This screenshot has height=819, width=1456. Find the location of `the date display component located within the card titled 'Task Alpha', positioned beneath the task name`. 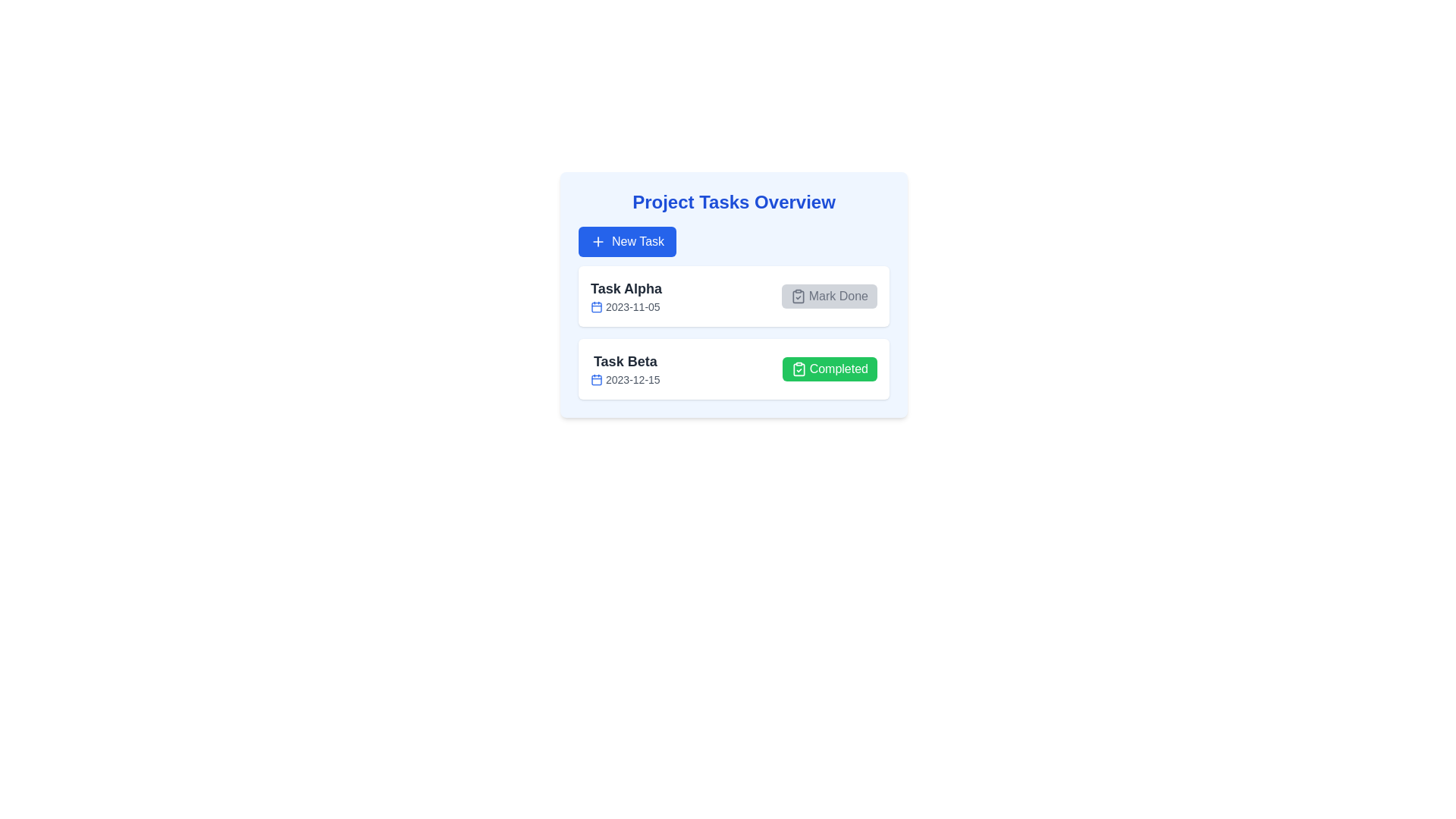

the date display component located within the card titled 'Task Alpha', positioned beneath the task name is located at coordinates (626, 307).